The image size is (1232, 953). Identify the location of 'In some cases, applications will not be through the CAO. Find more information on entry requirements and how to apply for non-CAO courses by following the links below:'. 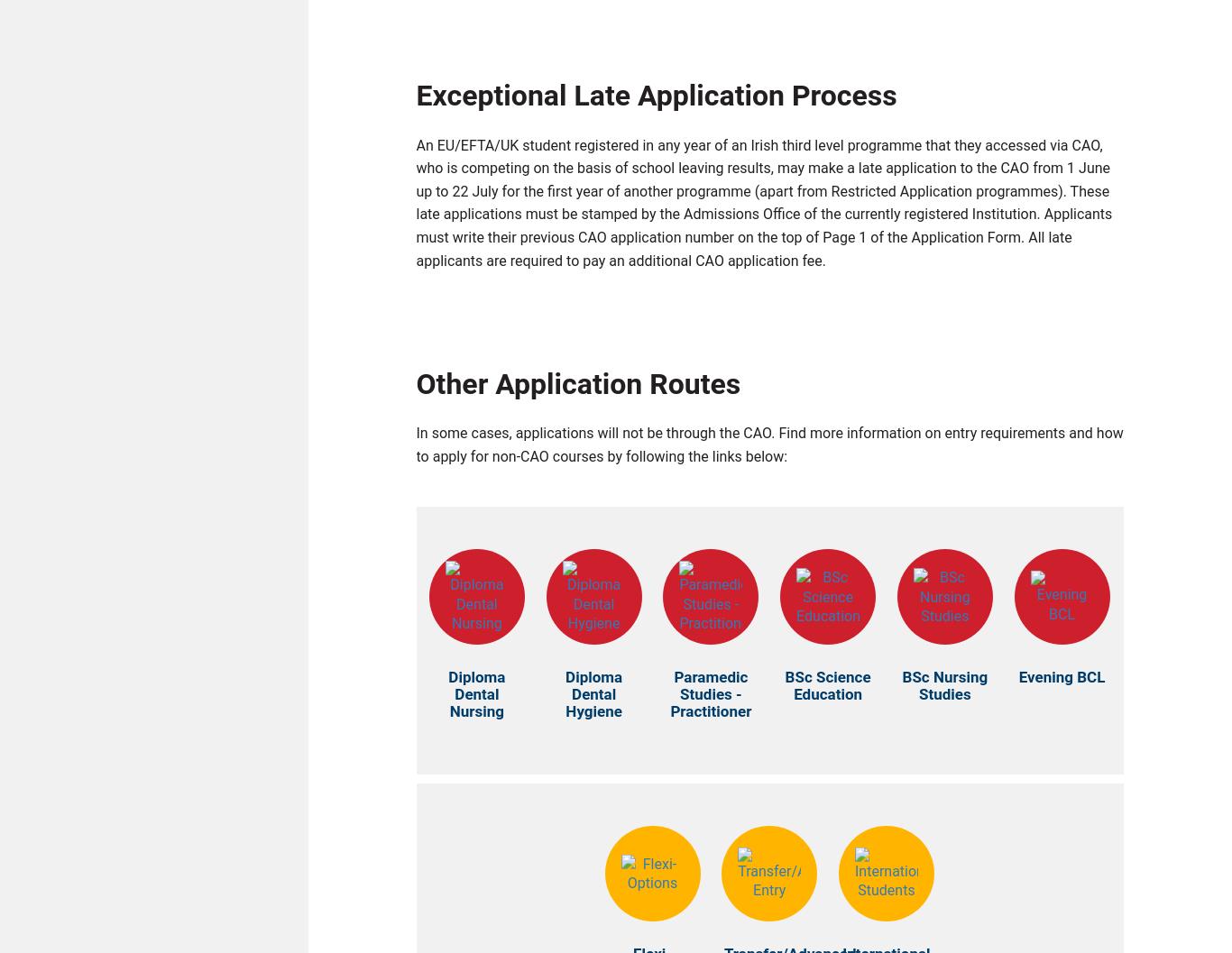
(768, 449).